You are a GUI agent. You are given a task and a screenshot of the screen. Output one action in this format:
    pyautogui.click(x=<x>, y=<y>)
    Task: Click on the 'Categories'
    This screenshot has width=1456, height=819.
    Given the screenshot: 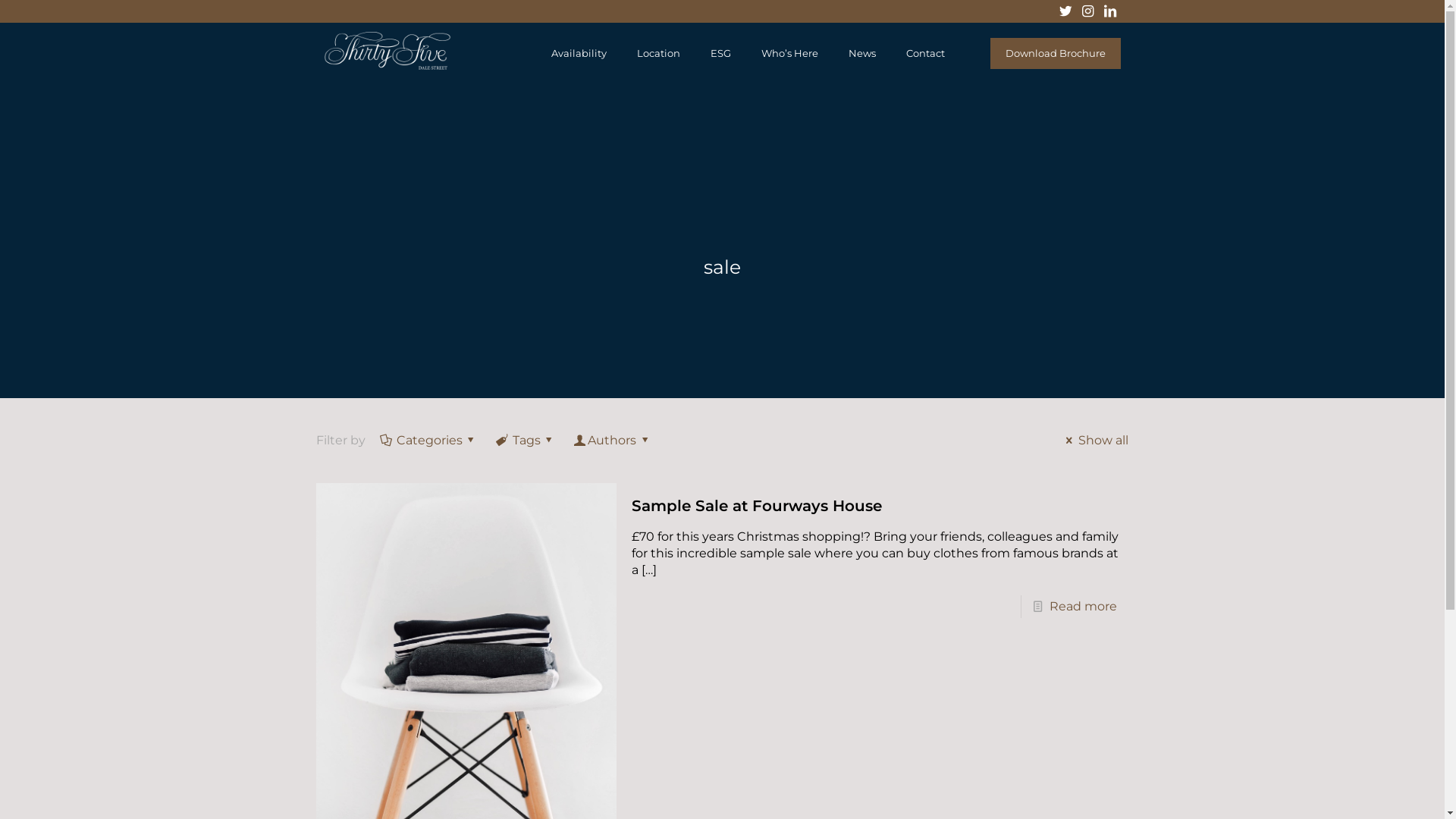 What is the action you would take?
    pyautogui.click(x=428, y=440)
    